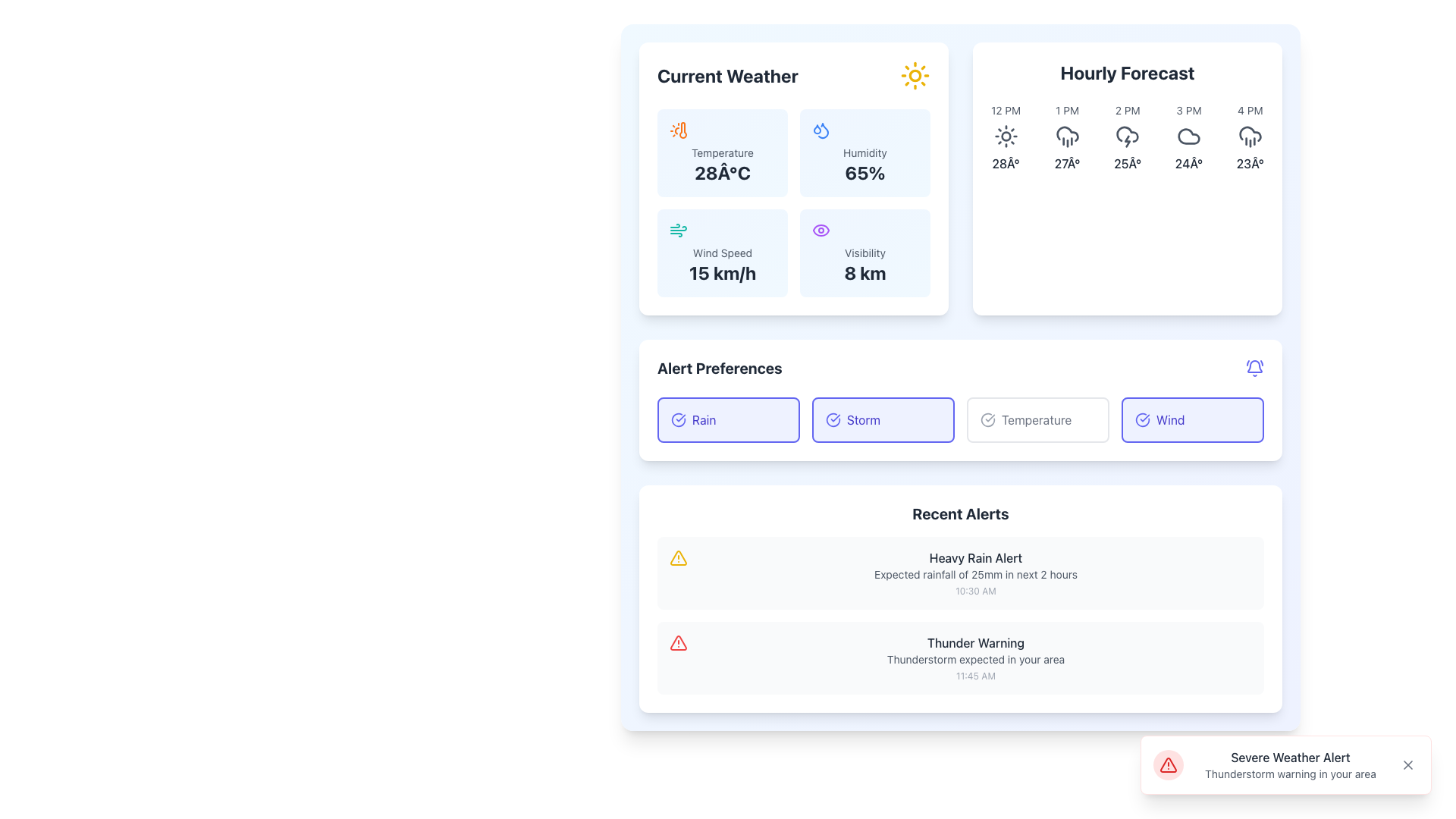  Describe the element at coordinates (865, 253) in the screenshot. I see `the data displayed on the Statistical display card located in the bottom-right of the grid section titled 'Current Weather', which is the fourth item in the grid after 'Temperature', 'Humidity', and 'Wind Speed'` at that location.